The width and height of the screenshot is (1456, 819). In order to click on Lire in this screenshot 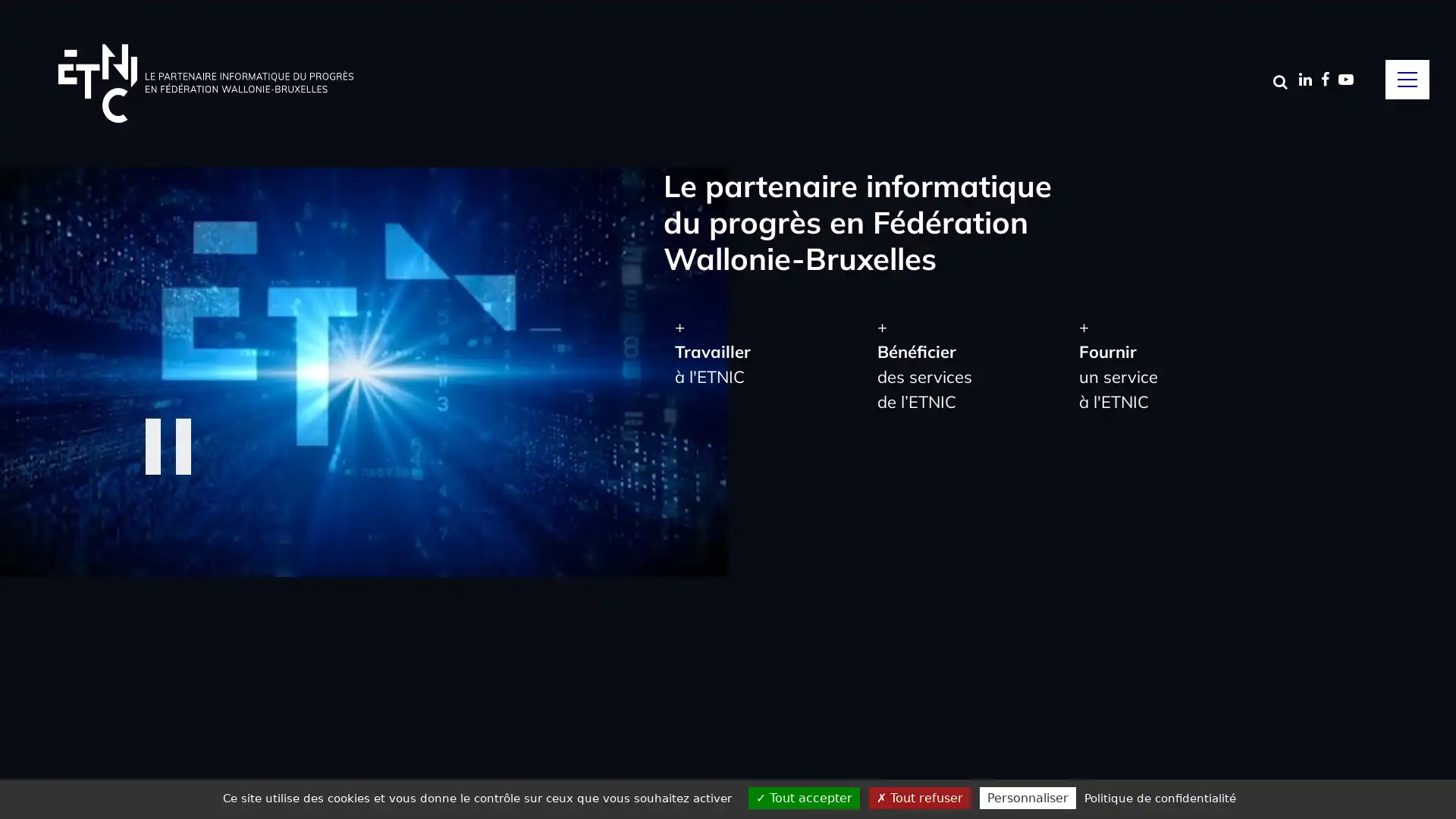, I will do `click(173, 444)`.